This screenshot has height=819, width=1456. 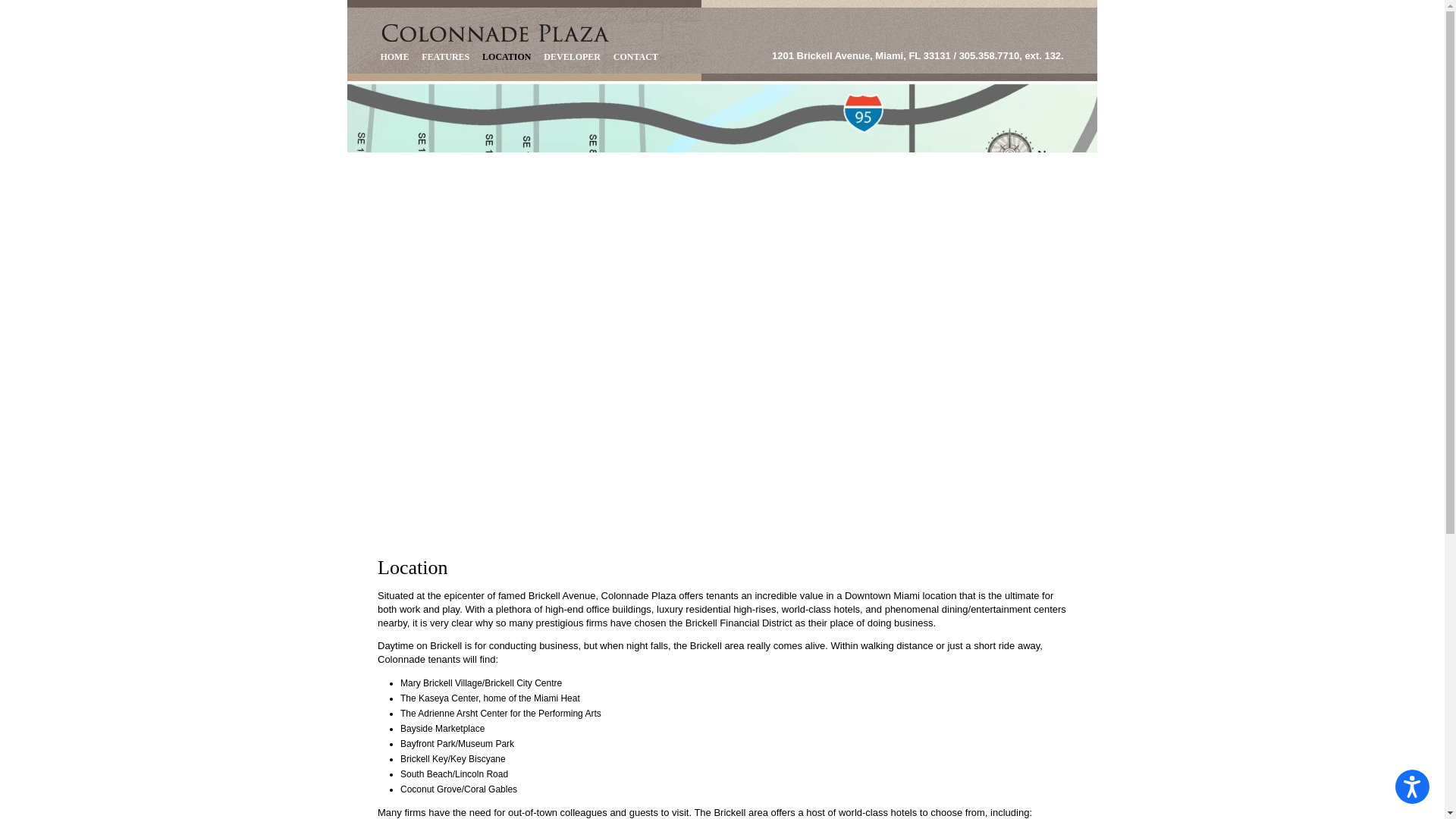 I want to click on 'FEATURES', so click(x=415, y=56).